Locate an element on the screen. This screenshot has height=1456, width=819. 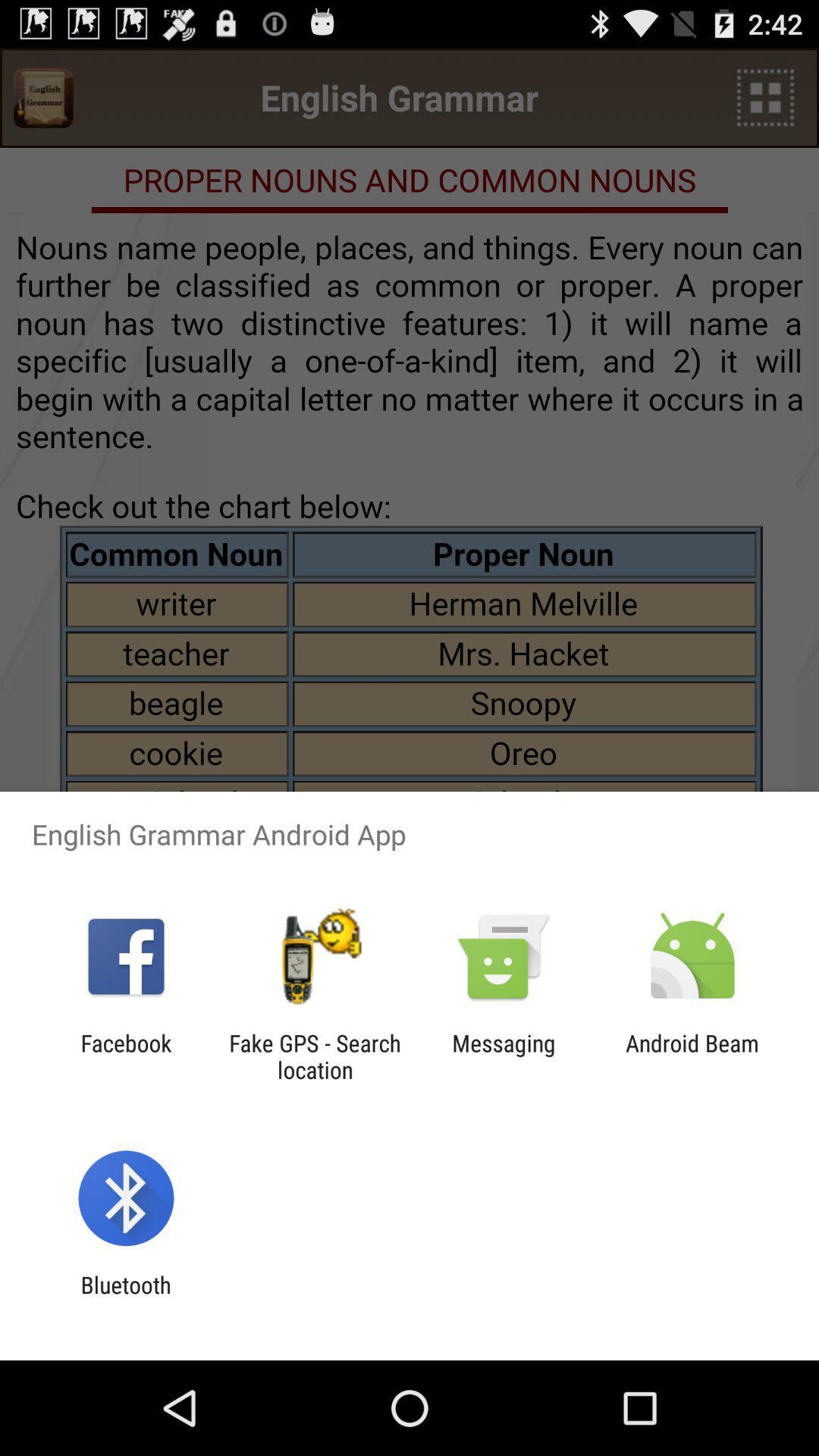
the item next to the fake gps search is located at coordinates (125, 1056).